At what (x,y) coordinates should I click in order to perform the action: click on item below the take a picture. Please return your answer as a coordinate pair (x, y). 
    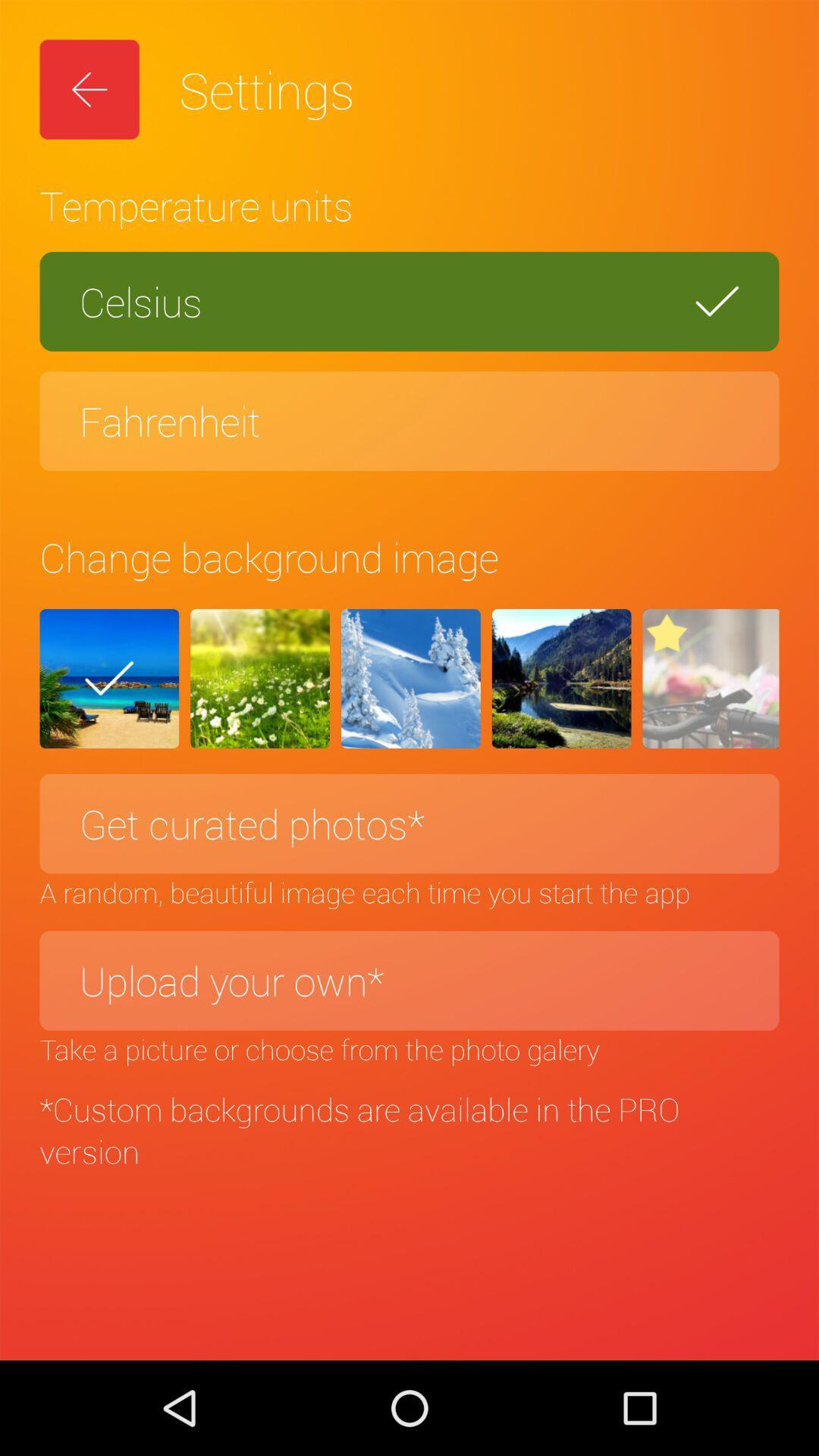
    Looking at the image, I should click on (409, 1130).